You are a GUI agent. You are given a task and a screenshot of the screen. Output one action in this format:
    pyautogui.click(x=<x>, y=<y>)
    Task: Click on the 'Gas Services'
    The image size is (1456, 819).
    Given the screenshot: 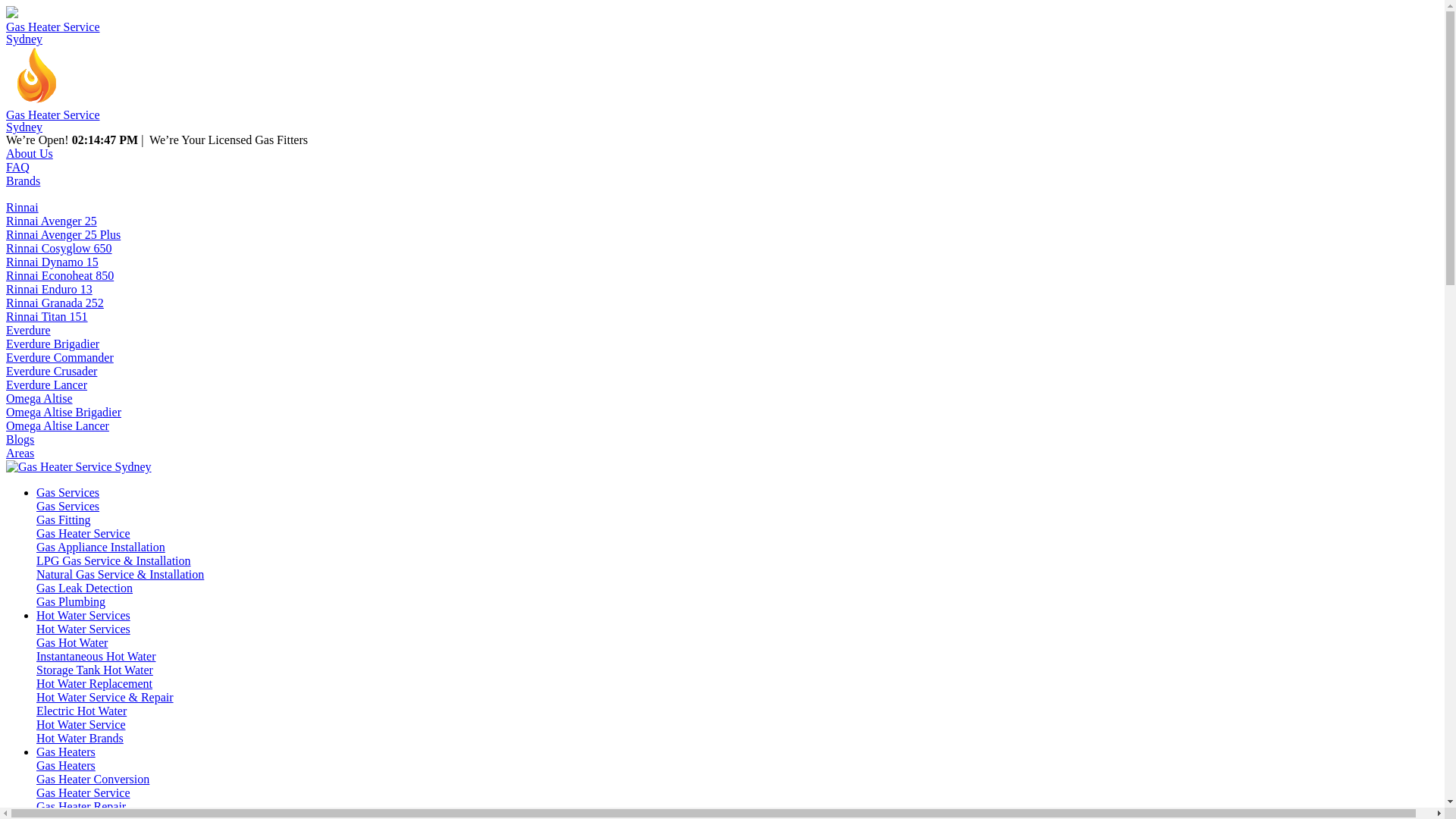 What is the action you would take?
    pyautogui.click(x=67, y=506)
    